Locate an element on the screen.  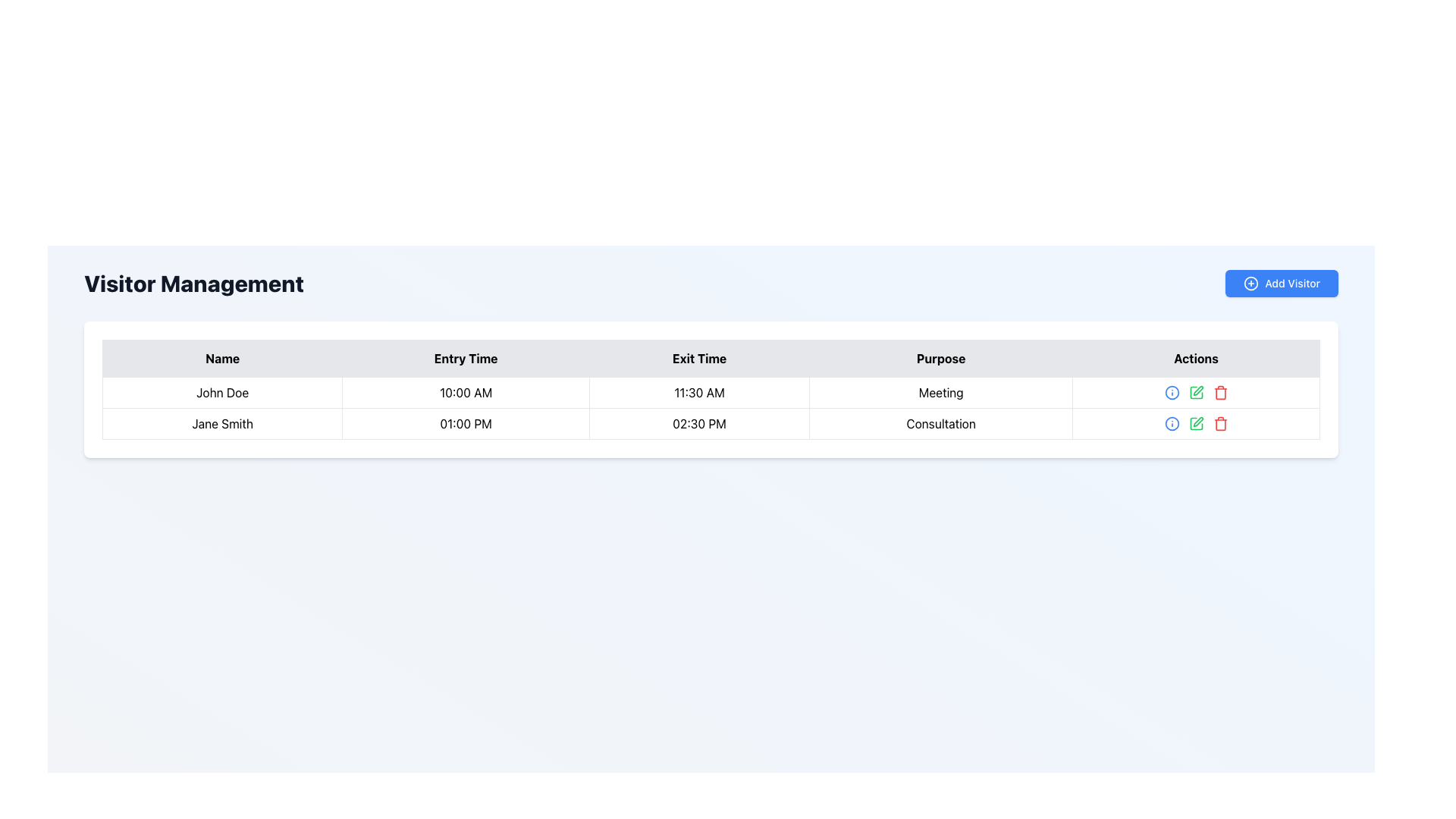
the specific icon in the Button Group for 'John Doe, Meeting' located in the 'Actions' column of the second row is located at coordinates (1195, 391).